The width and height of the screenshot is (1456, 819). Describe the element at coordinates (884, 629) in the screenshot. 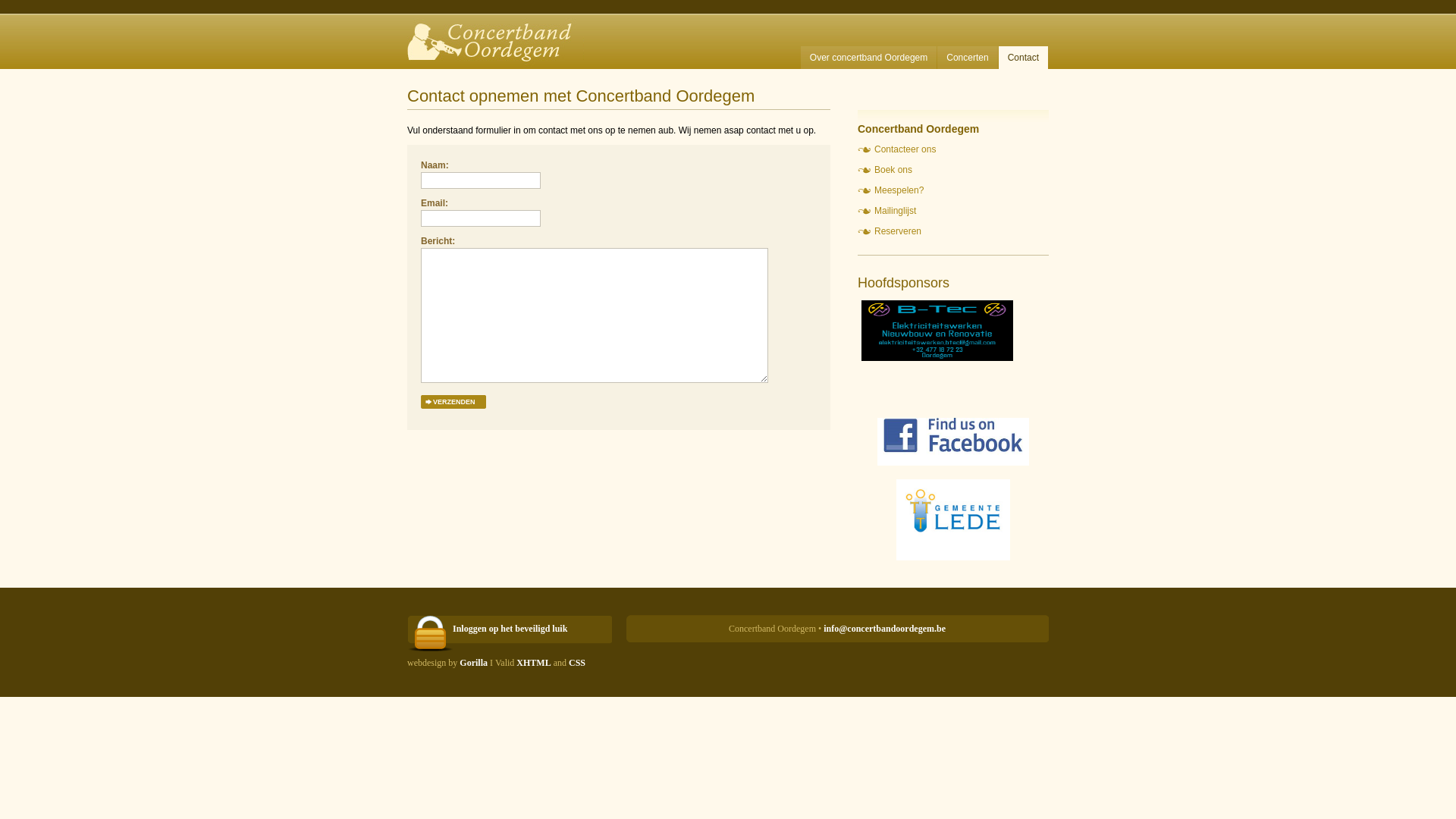

I see `'info@concertbandoordegem.be'` at that location.